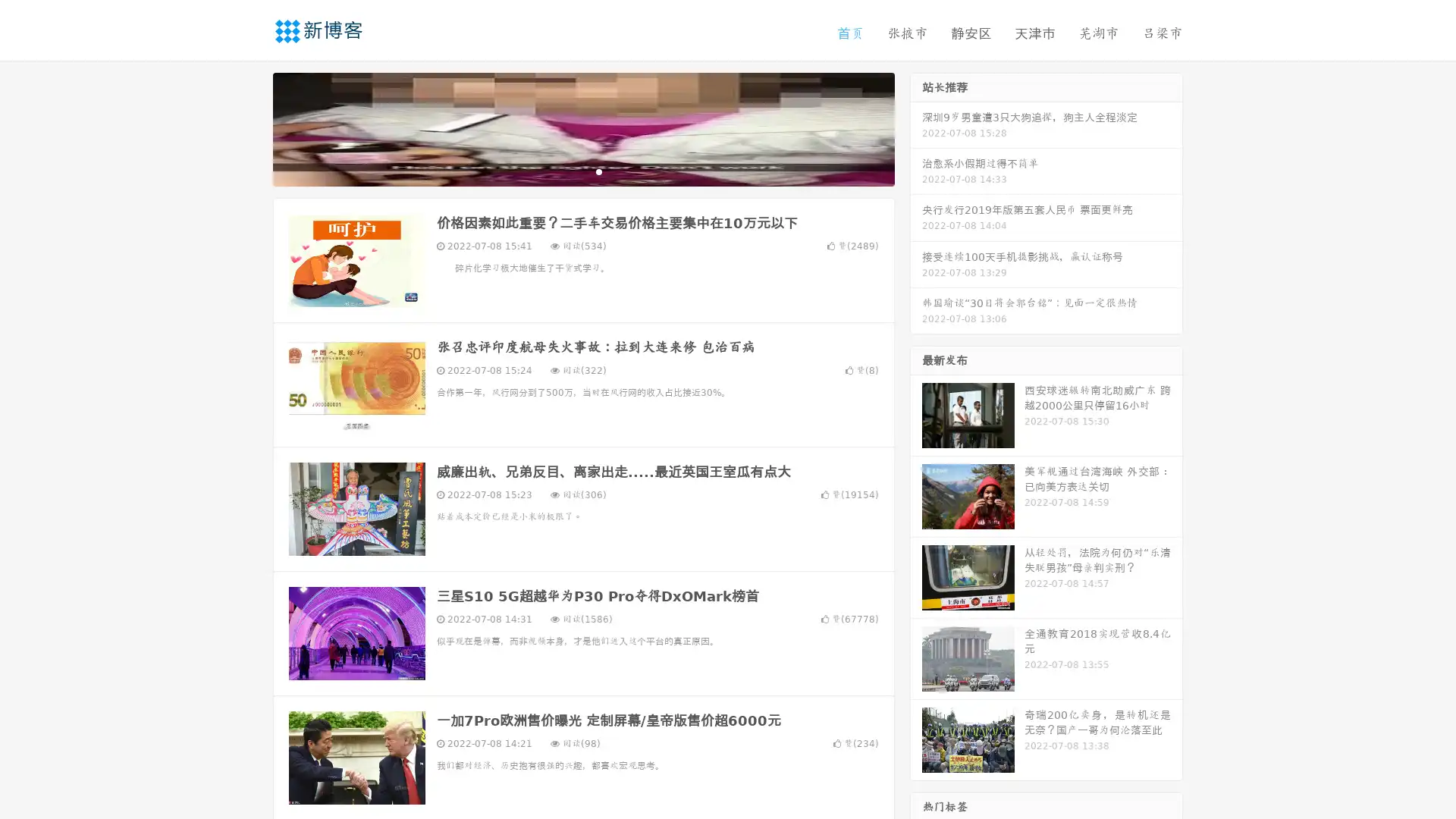 The width and height of the screenshot is (1456, 819). What do you see at coordinates (916, 127) in the screenshot?
I see `Next slide` at bounding box center [916, 127].